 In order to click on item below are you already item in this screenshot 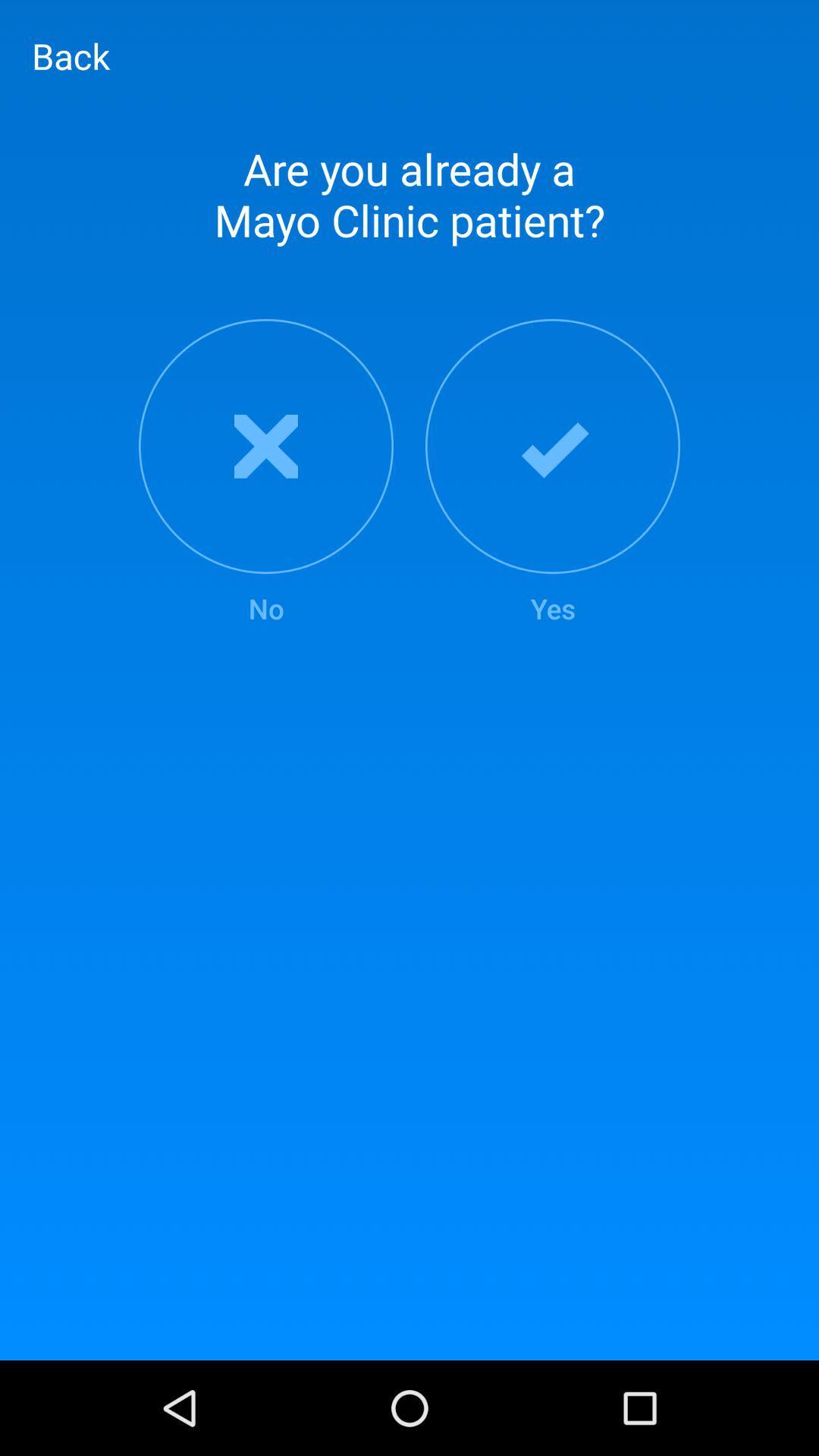, I will do `click(553, 472)`.